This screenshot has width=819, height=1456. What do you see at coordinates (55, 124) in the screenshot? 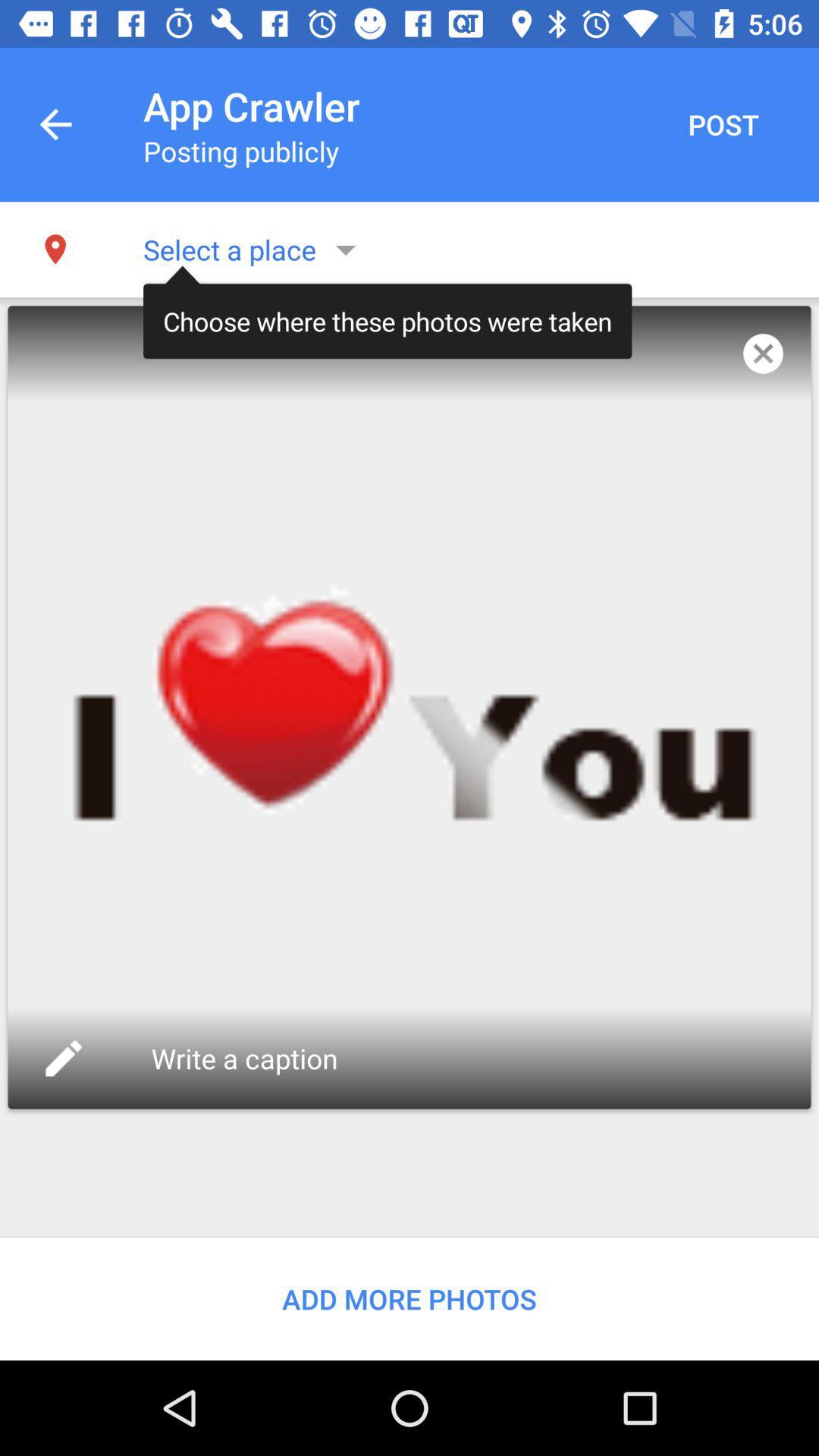
I see `the app to the left of the app crawler icon` at bounding box center [55, 124].